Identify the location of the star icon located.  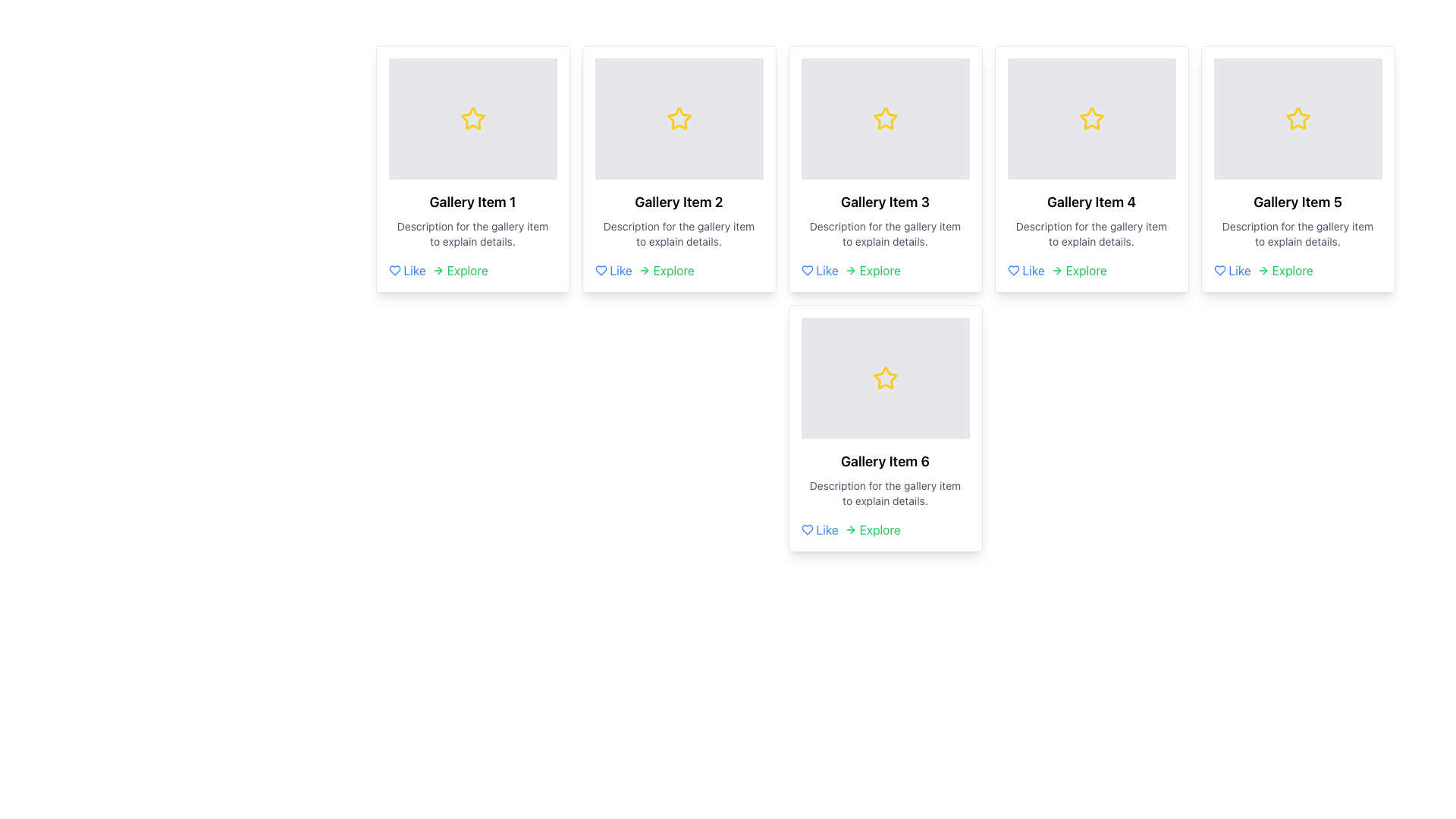
(1090, 118).